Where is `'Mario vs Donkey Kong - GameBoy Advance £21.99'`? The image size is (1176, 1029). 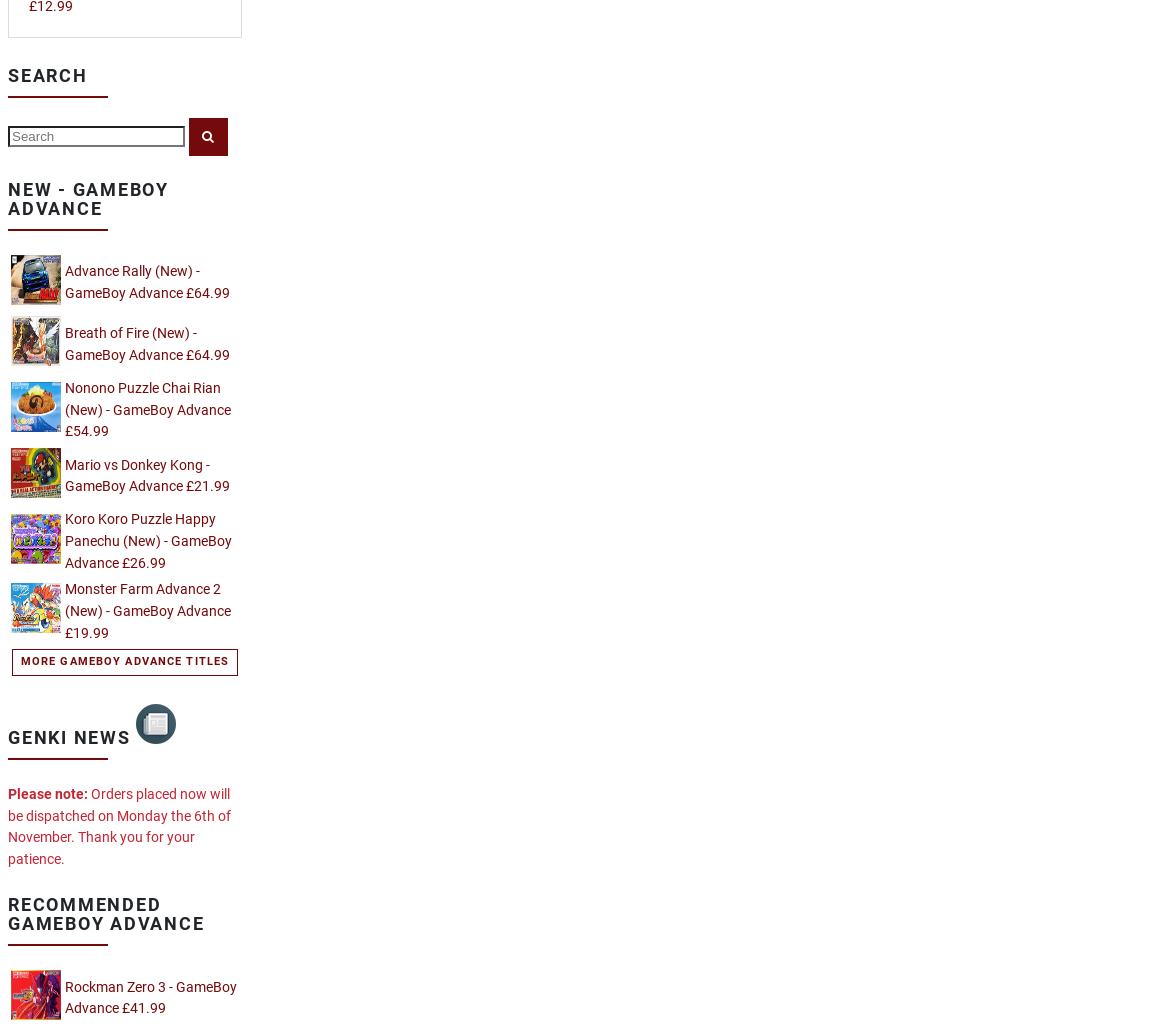
'Mario vs Donkey Kong - GameBoy Advance £21.99' is located at coordinates (65, 475).